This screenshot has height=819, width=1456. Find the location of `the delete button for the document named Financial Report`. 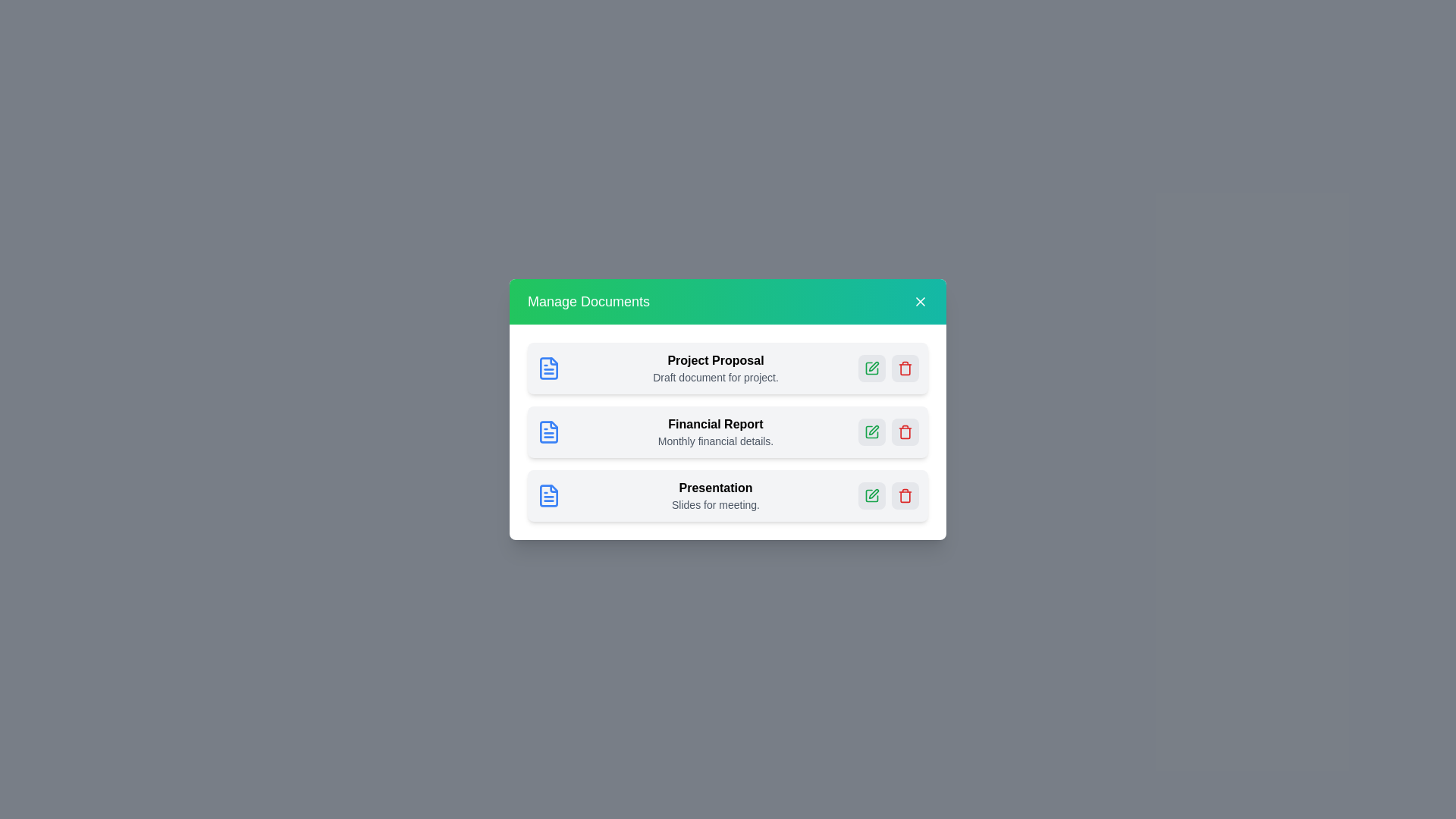

the delete button for the document named Financial Report is located at coordinates (905, 432).